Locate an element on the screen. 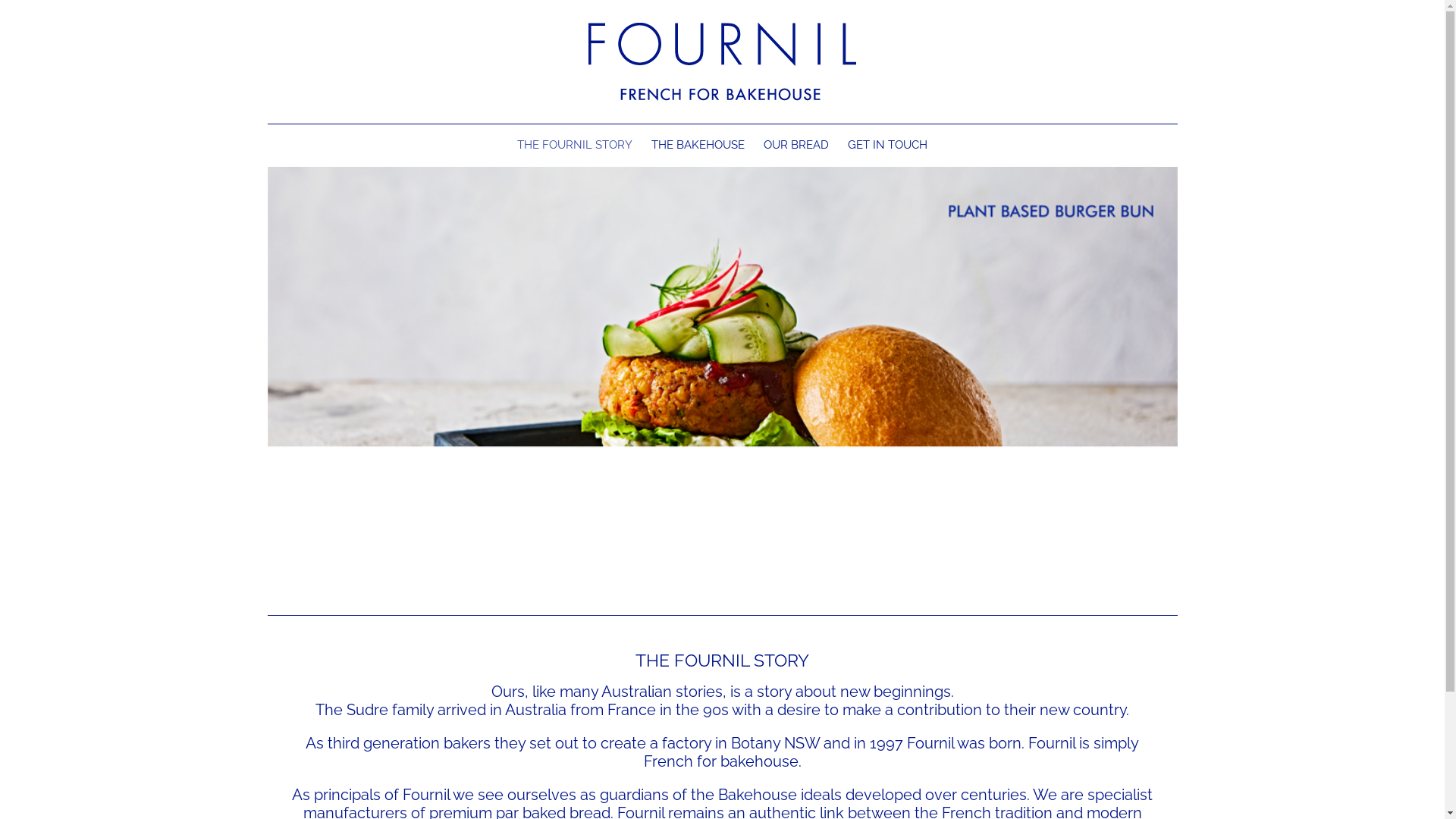 The height and width of the screenshot is (819, 1456). 'THE FOURNIL STORY' is located at coordinates (574, 145).